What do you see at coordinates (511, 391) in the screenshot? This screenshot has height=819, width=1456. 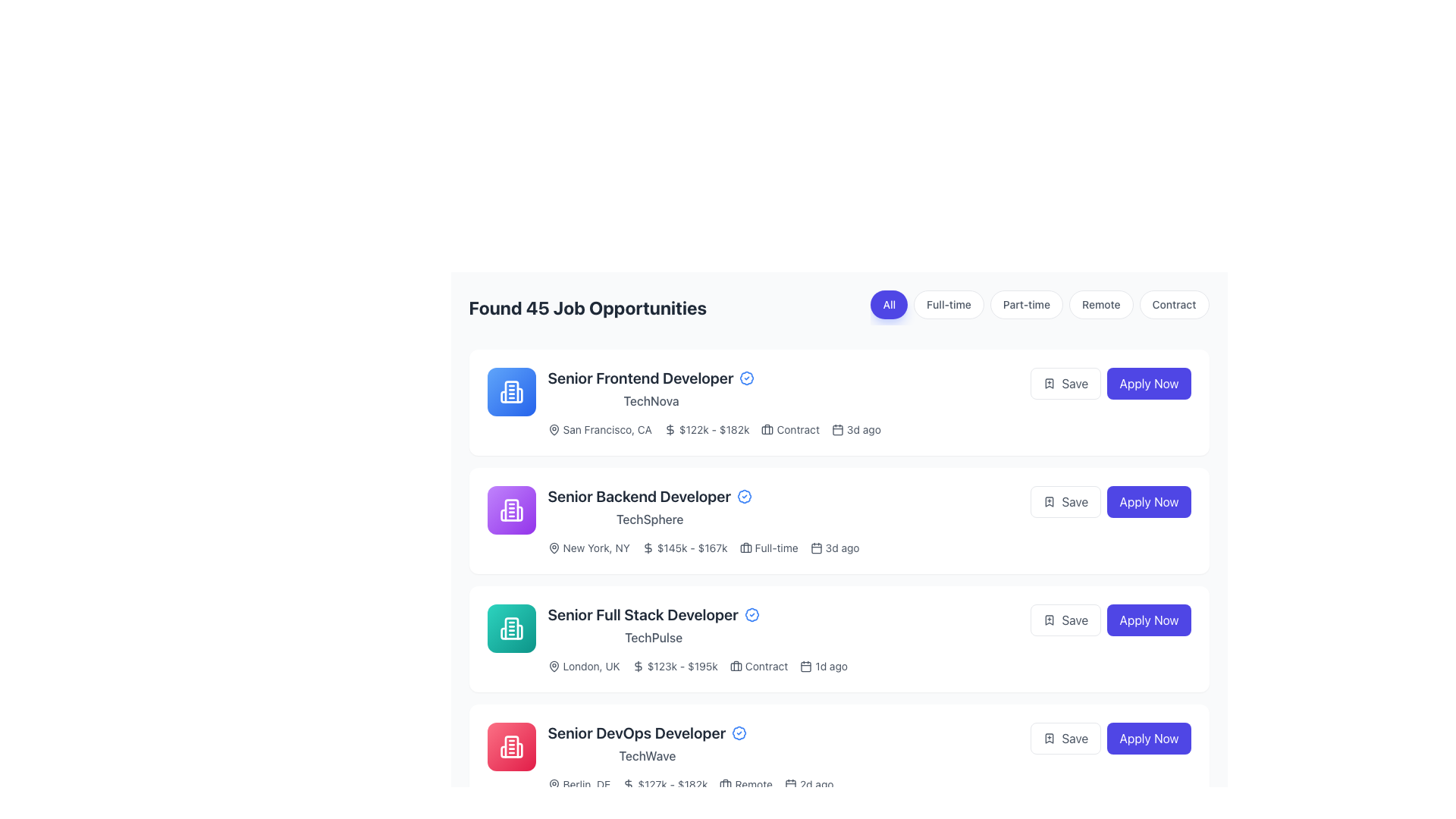 I see `the Decorative vector graphic resembling a building icon, which is located within a blue circular background in the first job entry icon area` at bounding box center [511, 391].